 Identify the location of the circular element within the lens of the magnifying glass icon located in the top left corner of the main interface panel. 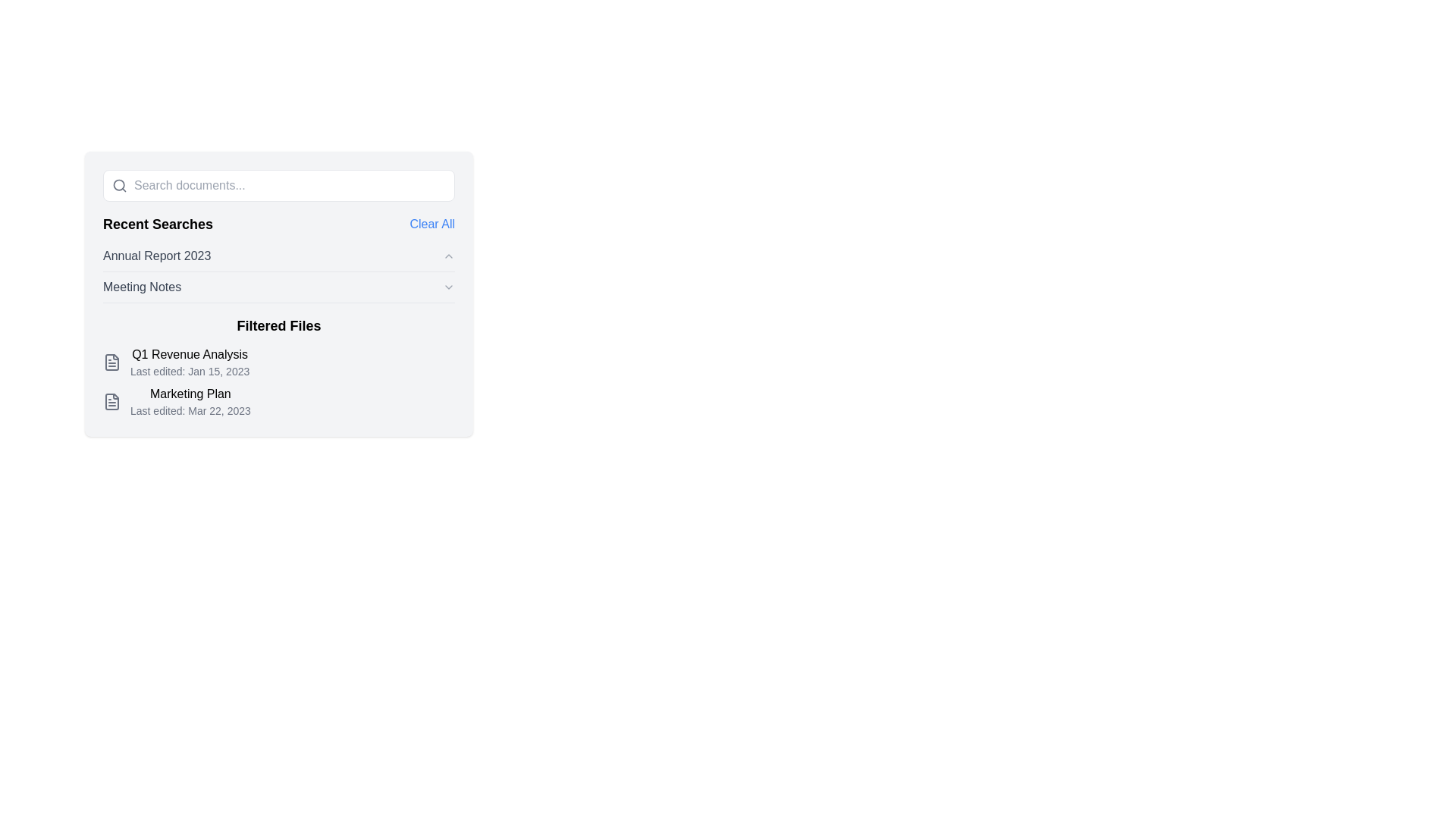
(118, 184).